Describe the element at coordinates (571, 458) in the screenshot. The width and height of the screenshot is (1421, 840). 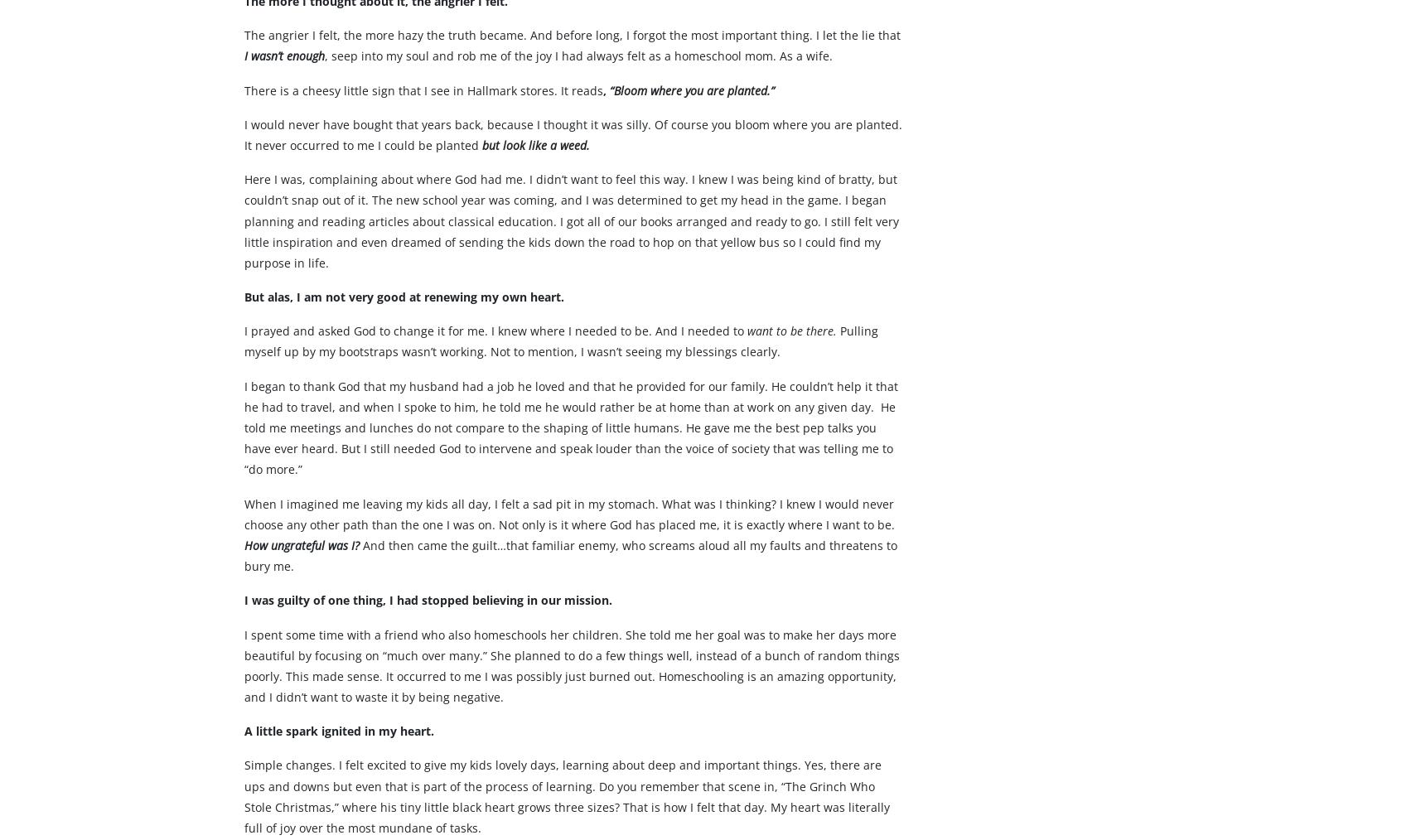
I see `'I began to thank God that my husband had a job he loved and that he provided for our family. He couldn’t help it that he had to travel, and when I spoke to him, he told me he would rather be at home than at work on any given day.  He told me meetings and lunches do not compare to the shaping of little humans. He gave me the best pep talks you have ever heard. But I still needed God to intervene and speak louder than the voice of society that was telling me to “do more.”'` at that location.